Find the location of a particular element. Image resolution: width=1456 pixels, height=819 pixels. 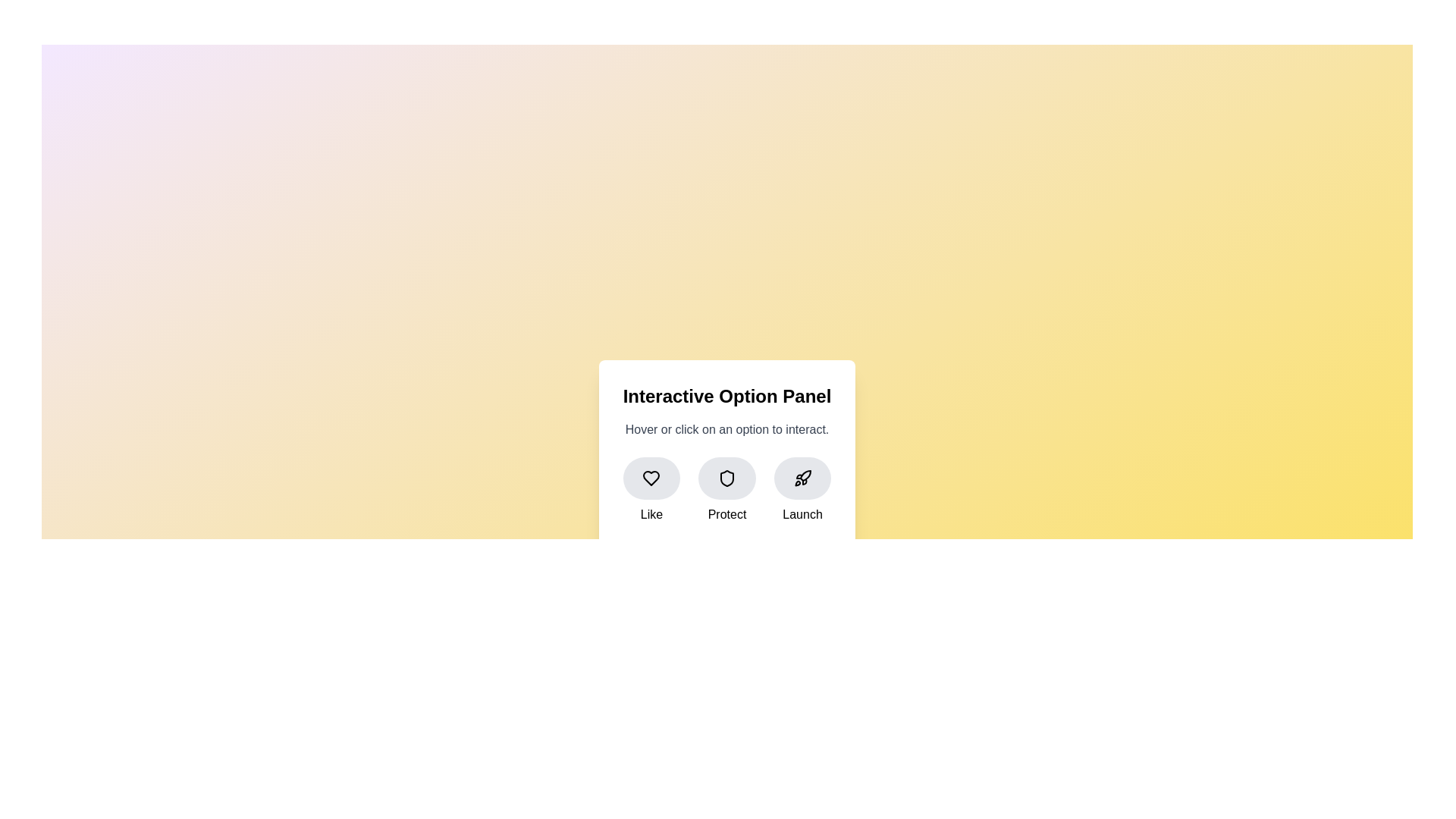

the central 'protect' button among three circular buttons displayed horizontally on the interactive panel is located at coordinates (726, 479).